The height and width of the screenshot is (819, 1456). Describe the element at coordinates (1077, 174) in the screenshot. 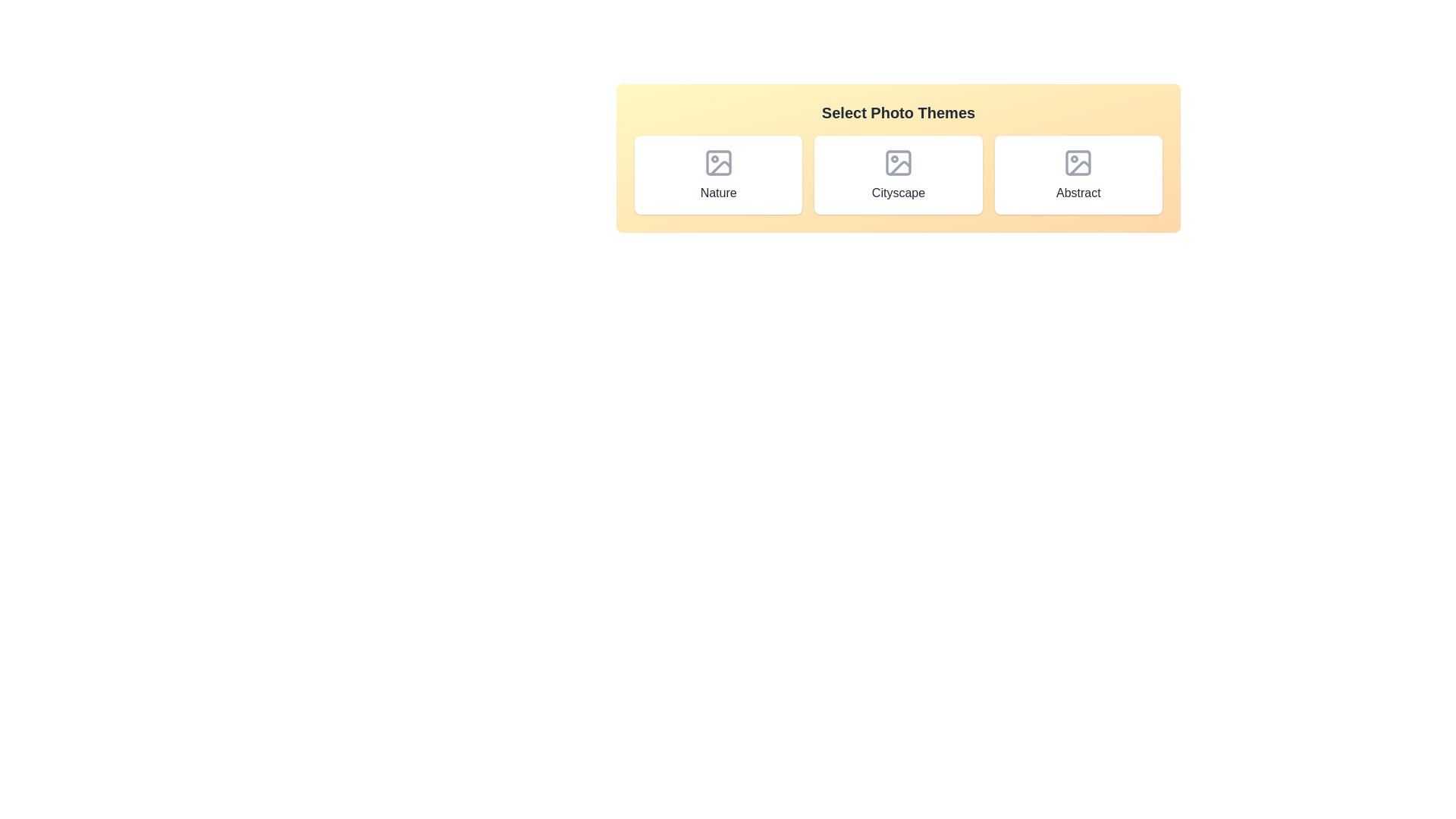

I see `the Abstract photo theme chip` at that location.